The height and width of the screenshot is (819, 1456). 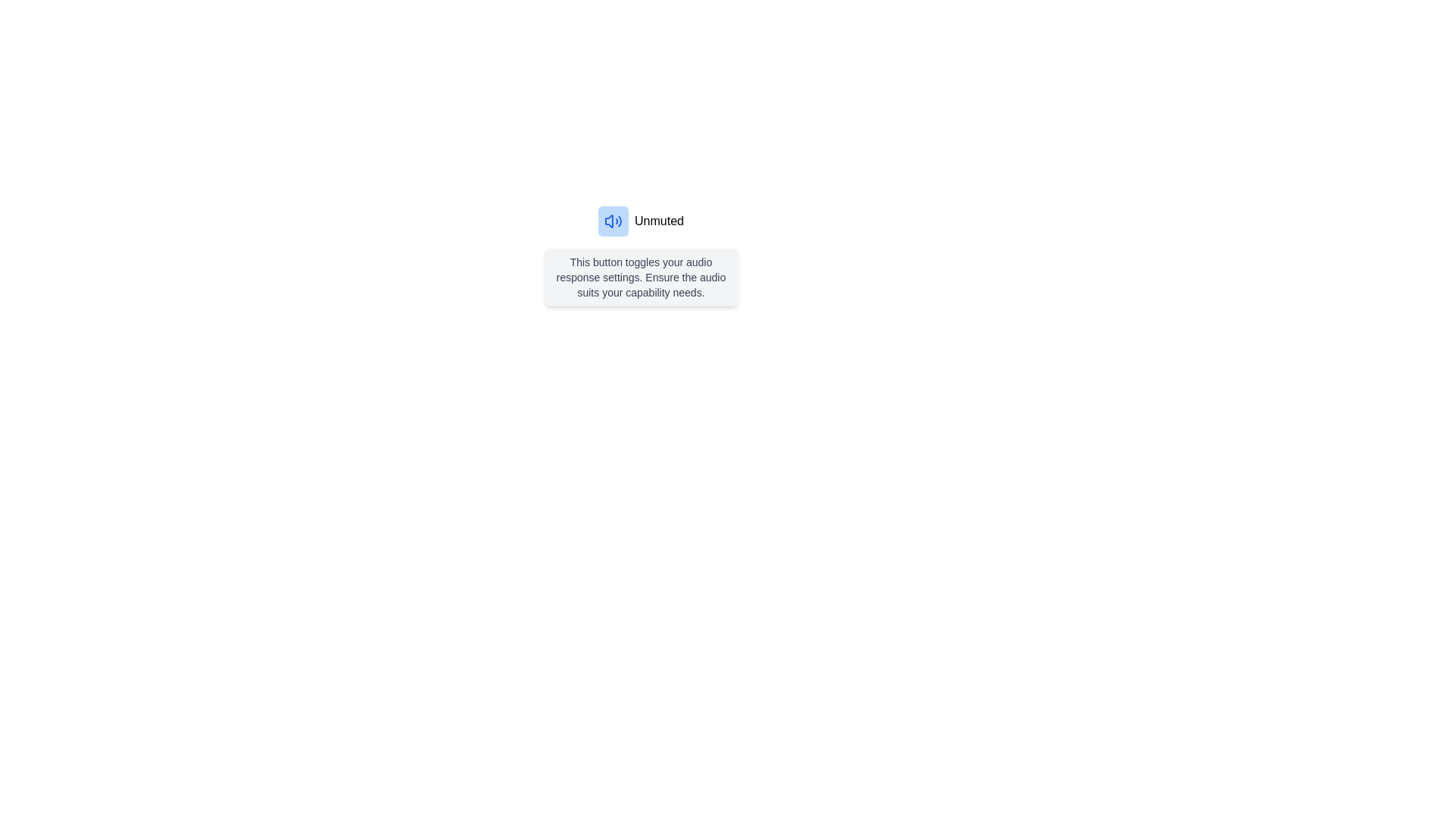 I want to click on the audio toggle button located, so click(x=613, y=221).